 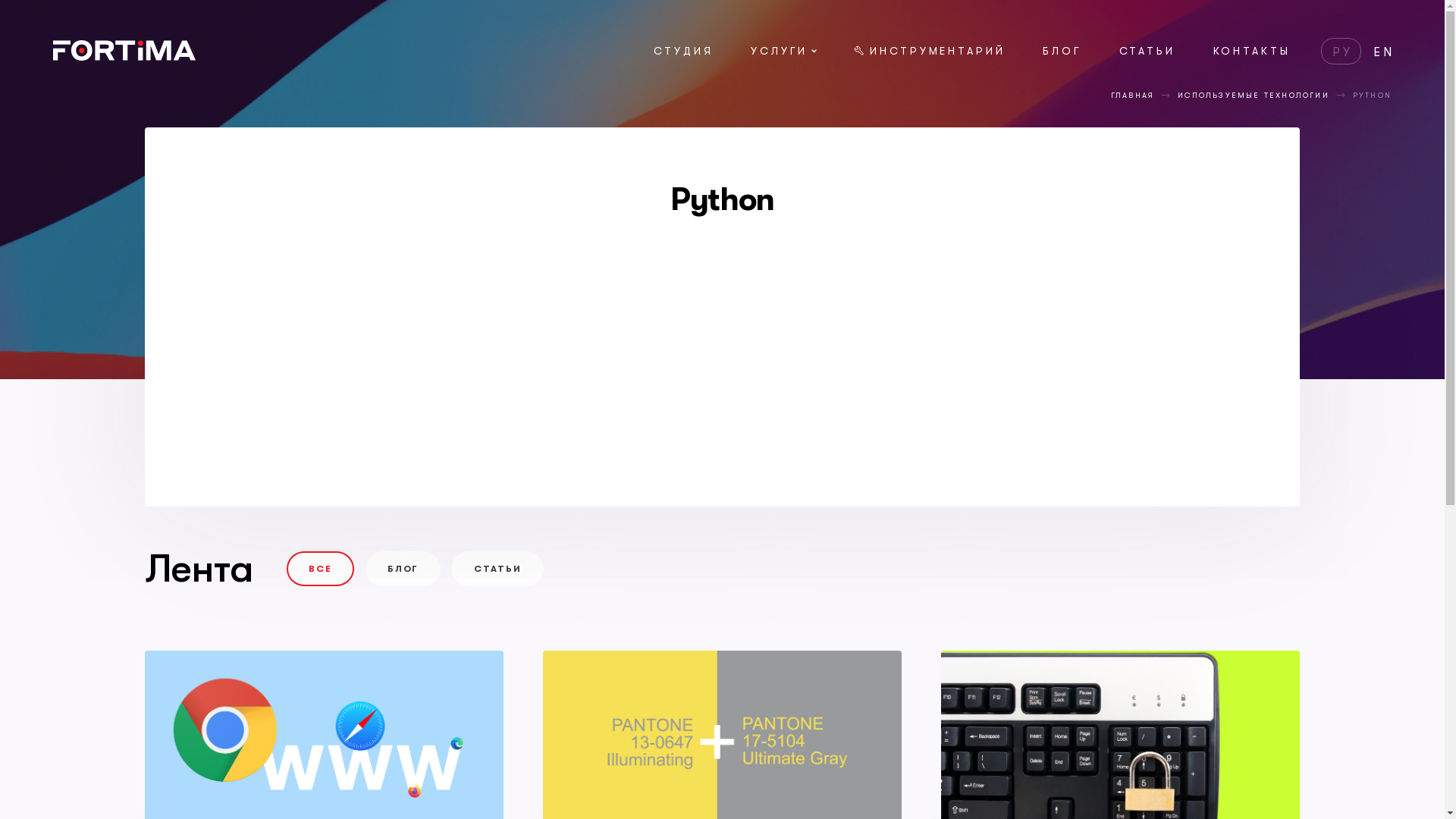 I want to click on 'Fortima.by', so click(x=53, y=55).